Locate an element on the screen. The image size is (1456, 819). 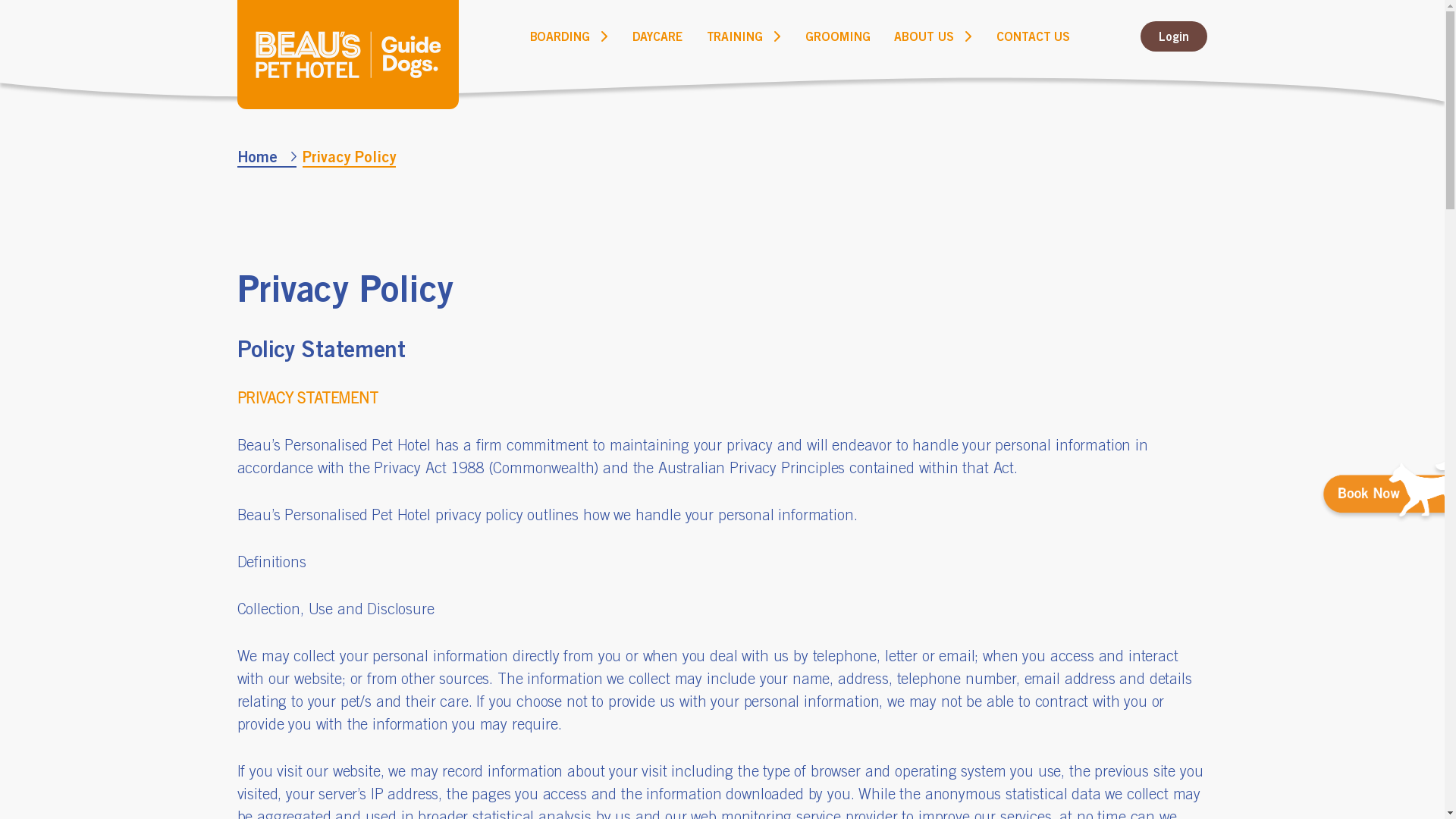
'Privacy Policy' is located at coordinates (348, 157).